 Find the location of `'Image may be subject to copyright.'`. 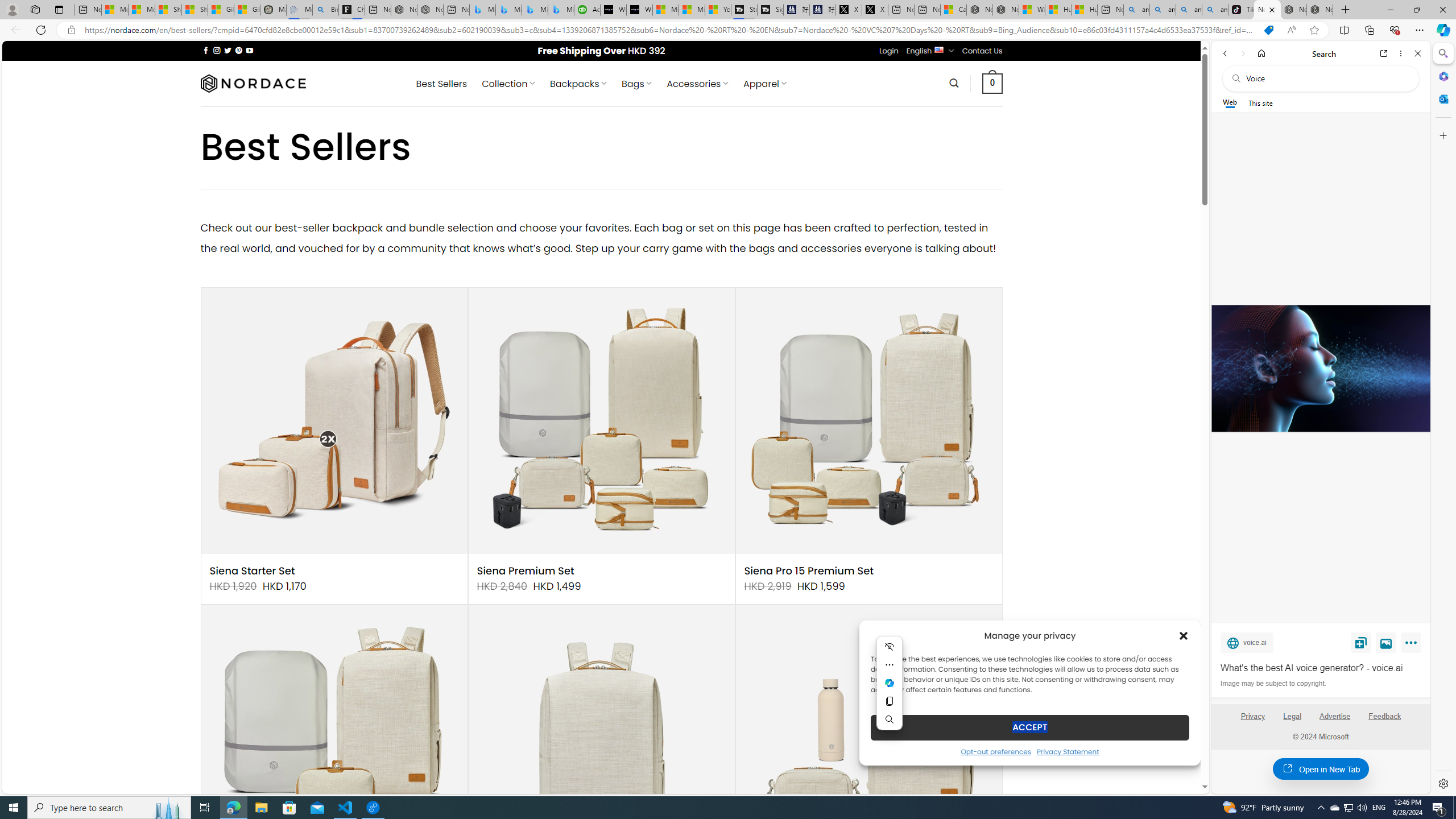

'Image may be subject to copyright.' is located at coordinates (1272, 682).